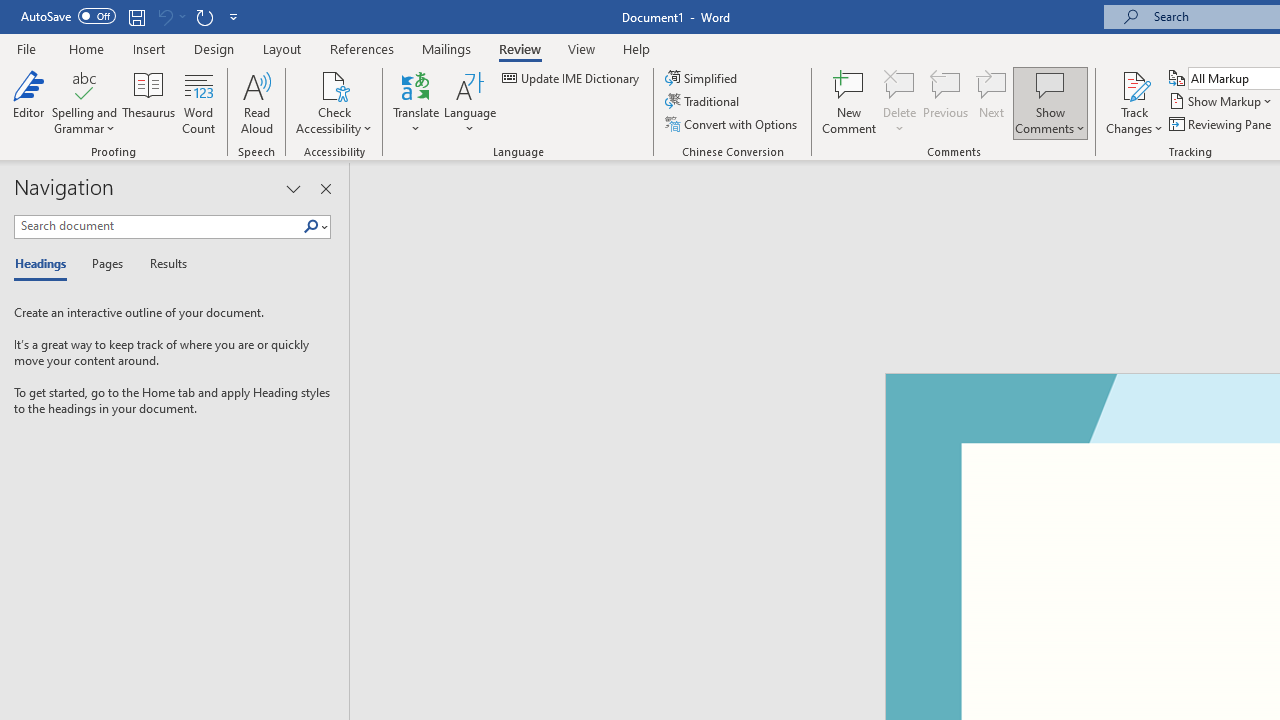 This screenshot has width=1280, height=720. Describe the element at coordinates (415, 103) in the screenshot. I see `'Translate'` at that location.